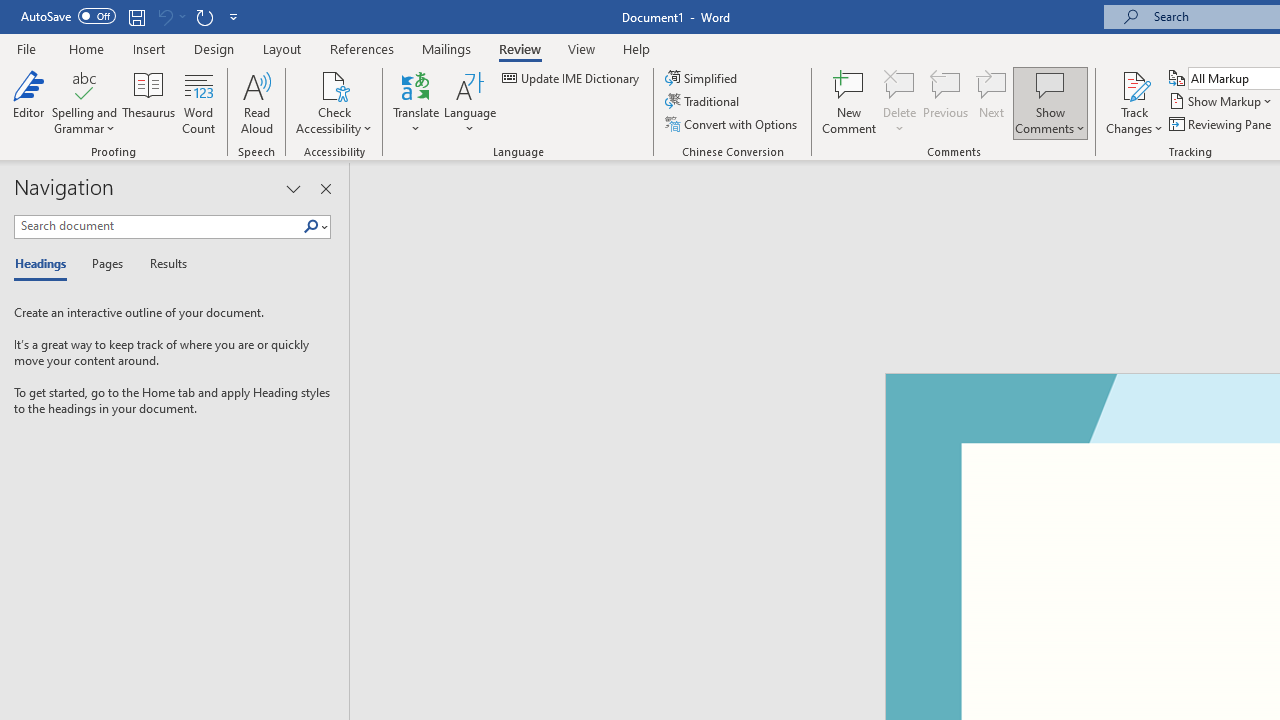 This screenshot has width=1280, height=720. Describe the element at coordinates (415, 103) in the screenshot. I see `'Translate'` at that location.